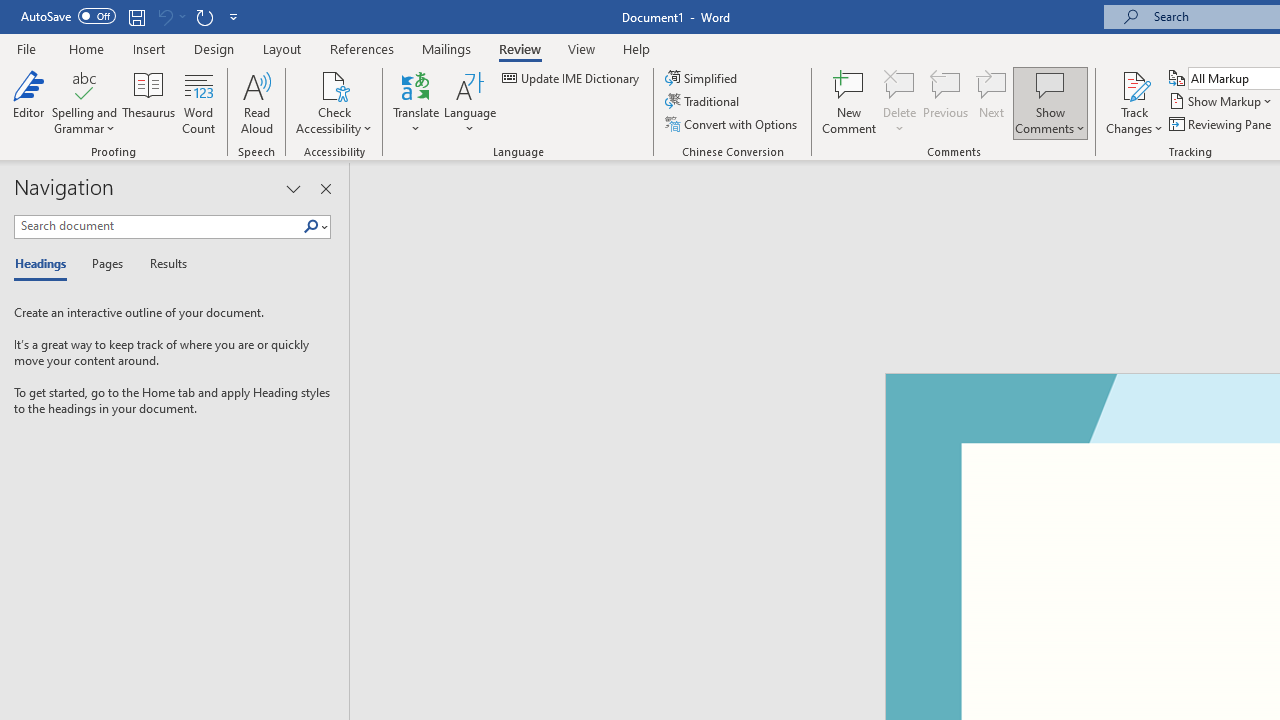 This screenshot has width=1280, height=720. Describe the element at coordinates (415, 103) in the screenshot. I see `'Translate'` at that location.